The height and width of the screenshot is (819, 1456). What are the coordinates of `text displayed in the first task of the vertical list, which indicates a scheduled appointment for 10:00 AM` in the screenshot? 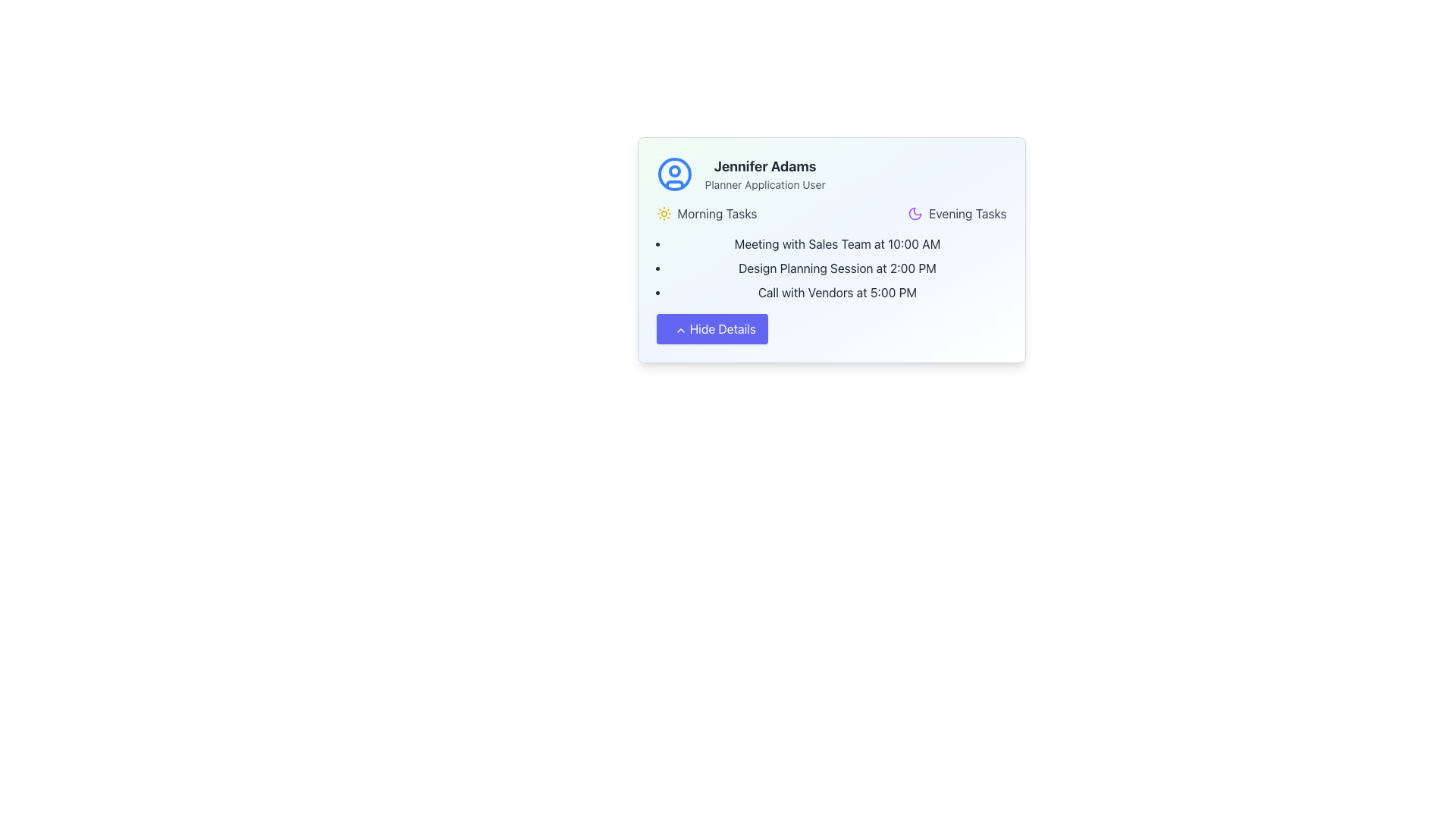 It's located at (836, 243).